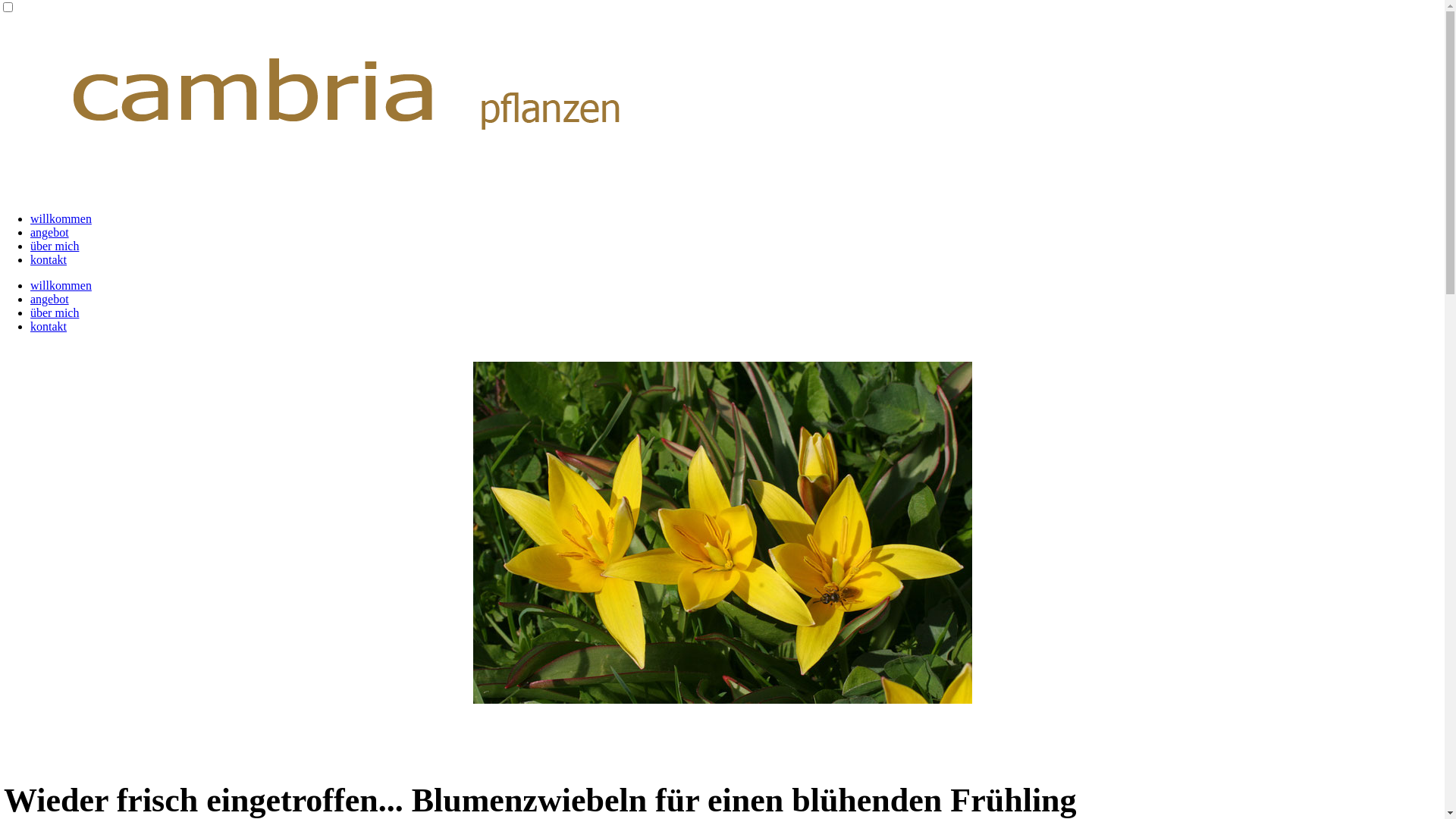  I want to click on 'willkommen', so click(61, 218).